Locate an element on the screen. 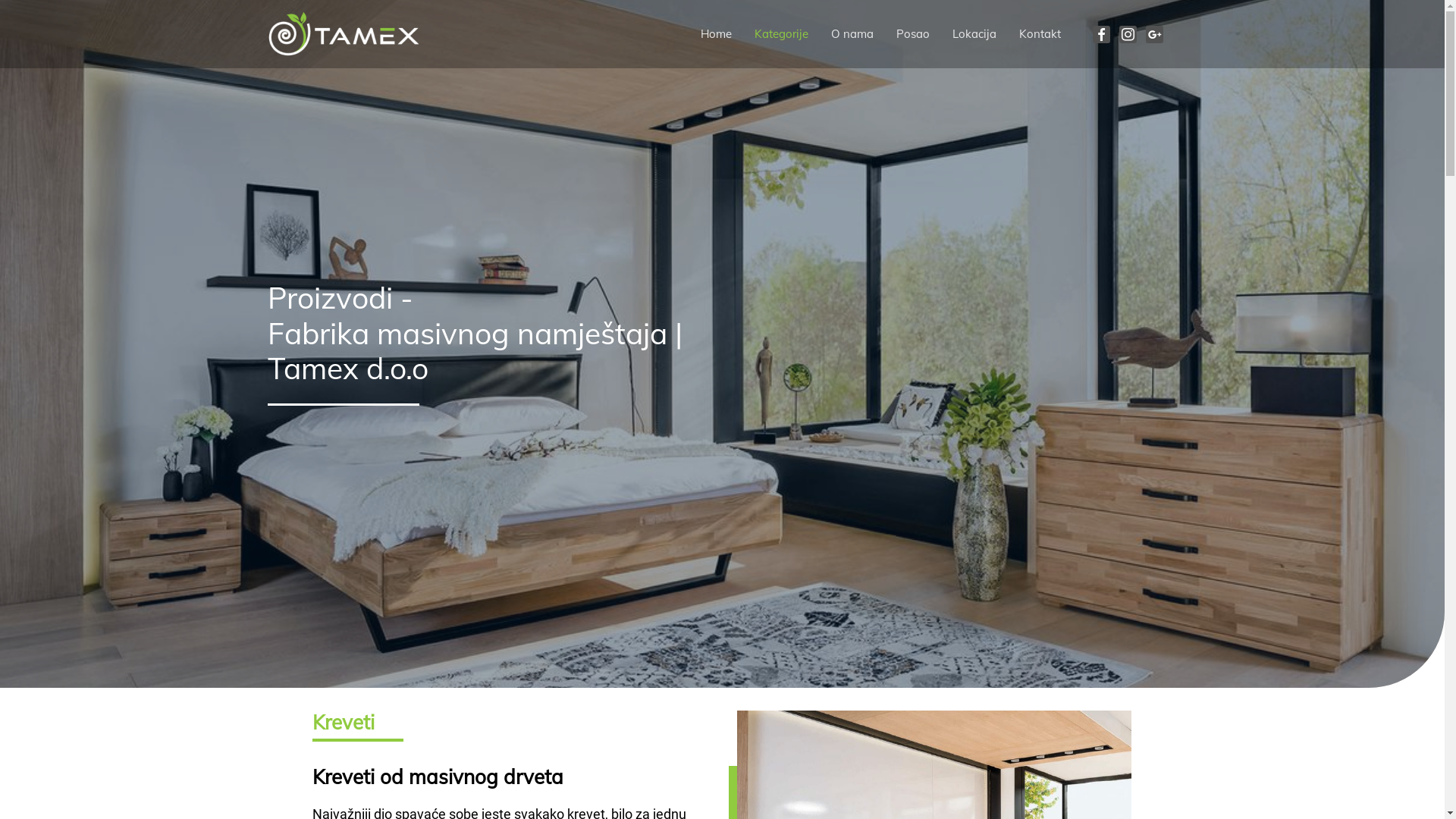  'O nama' is located at coordinates (852, 34).